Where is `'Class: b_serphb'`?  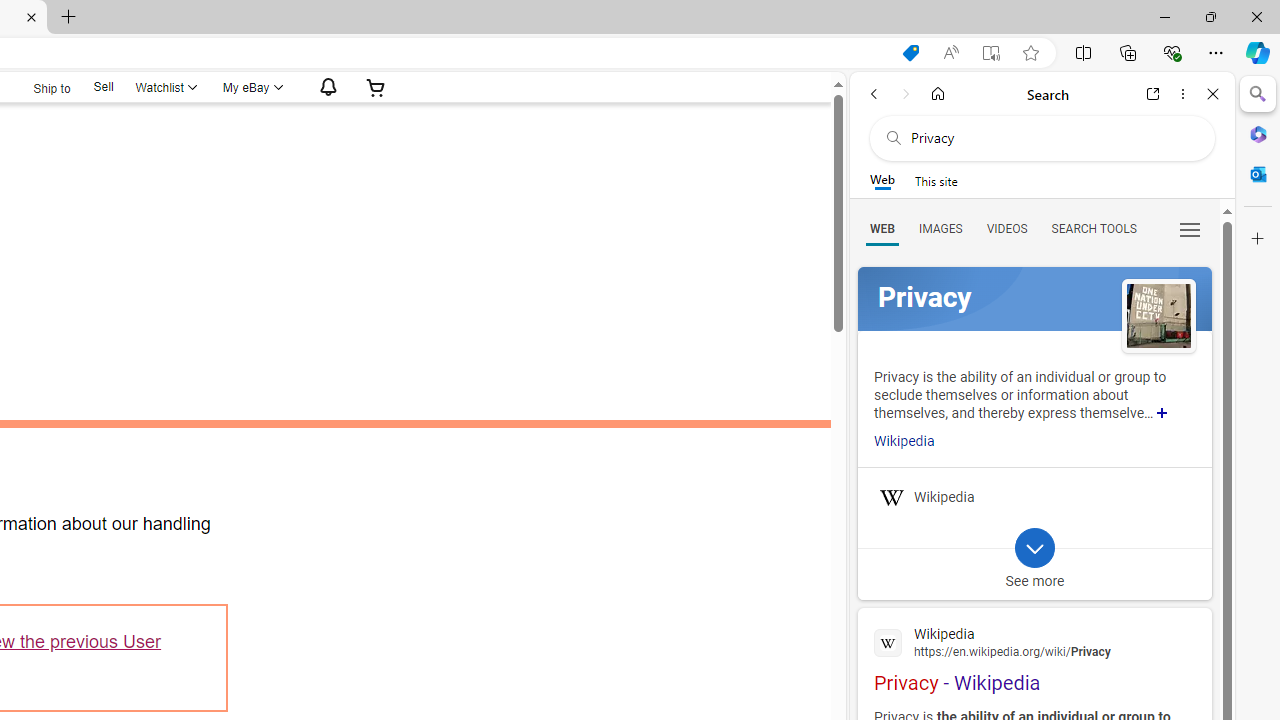 'Class: b_serphb' is located at coordinates (1190, 229).